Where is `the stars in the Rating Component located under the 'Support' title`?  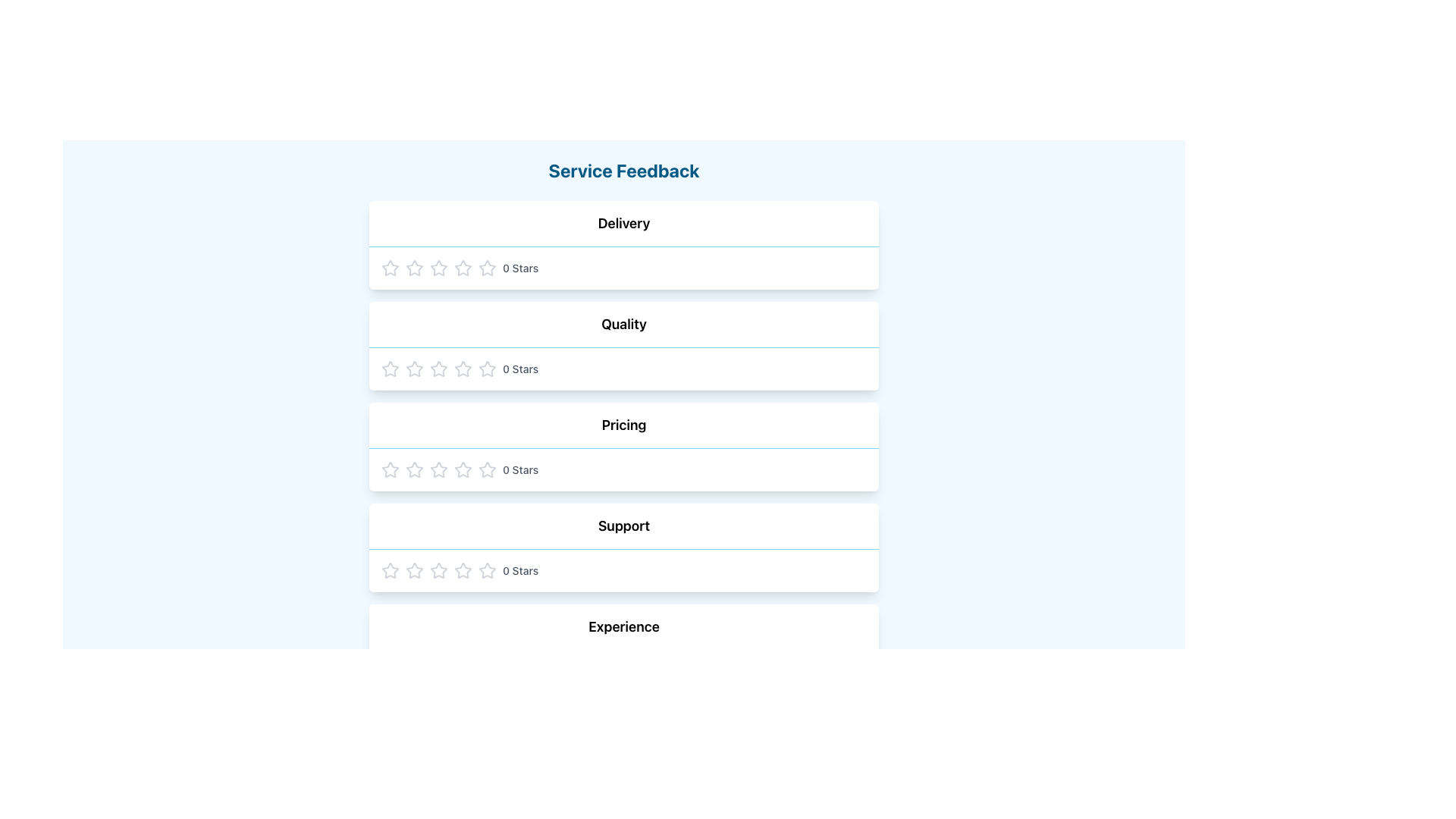 the stars in the Rating Component located under the 'Support' title is located at coordinates (623, 570).